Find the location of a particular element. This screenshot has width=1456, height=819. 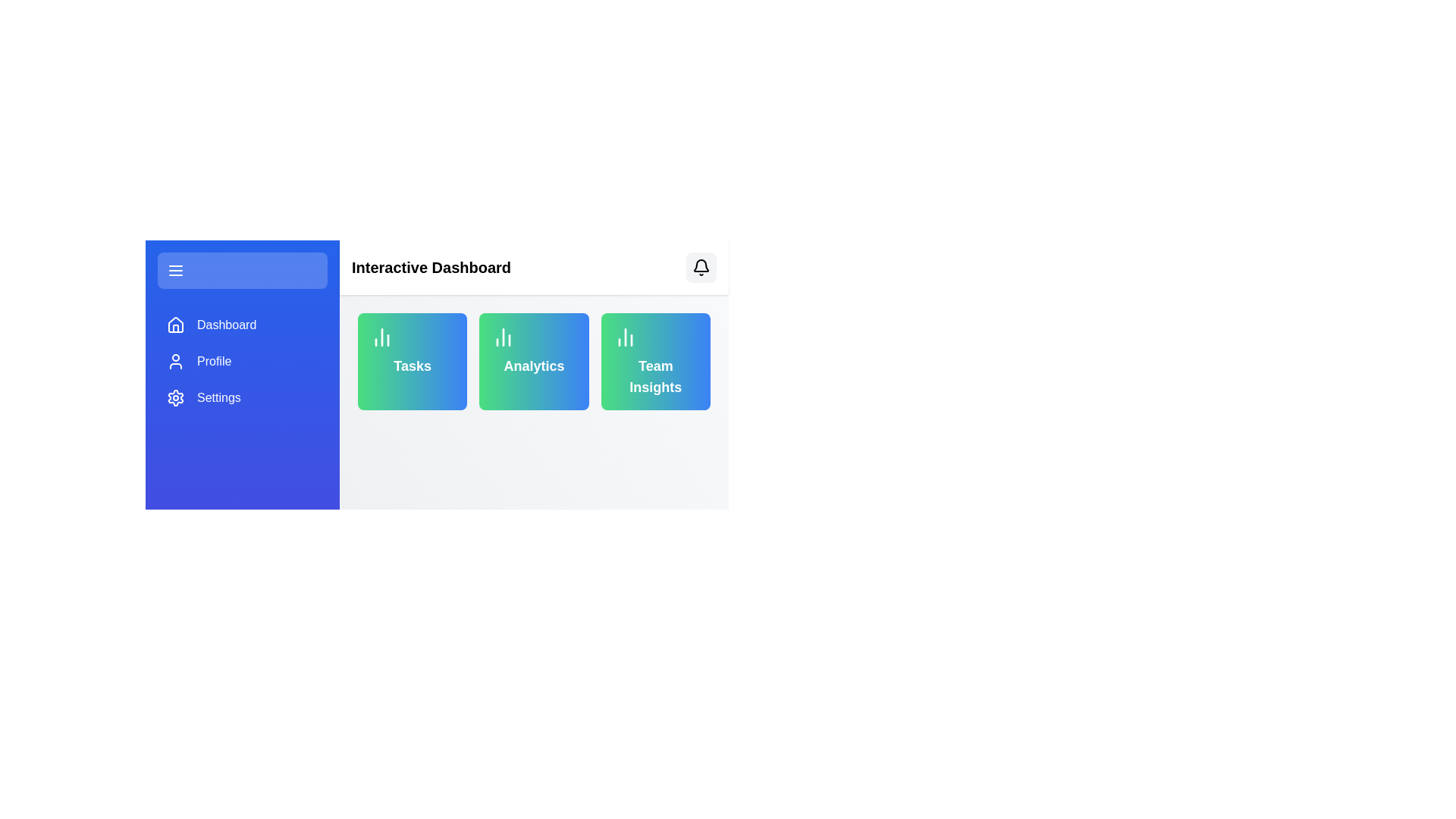

the upper section of the house icon located in the left blue-colored sidebar of the interface is located at coordinates (175, 327).